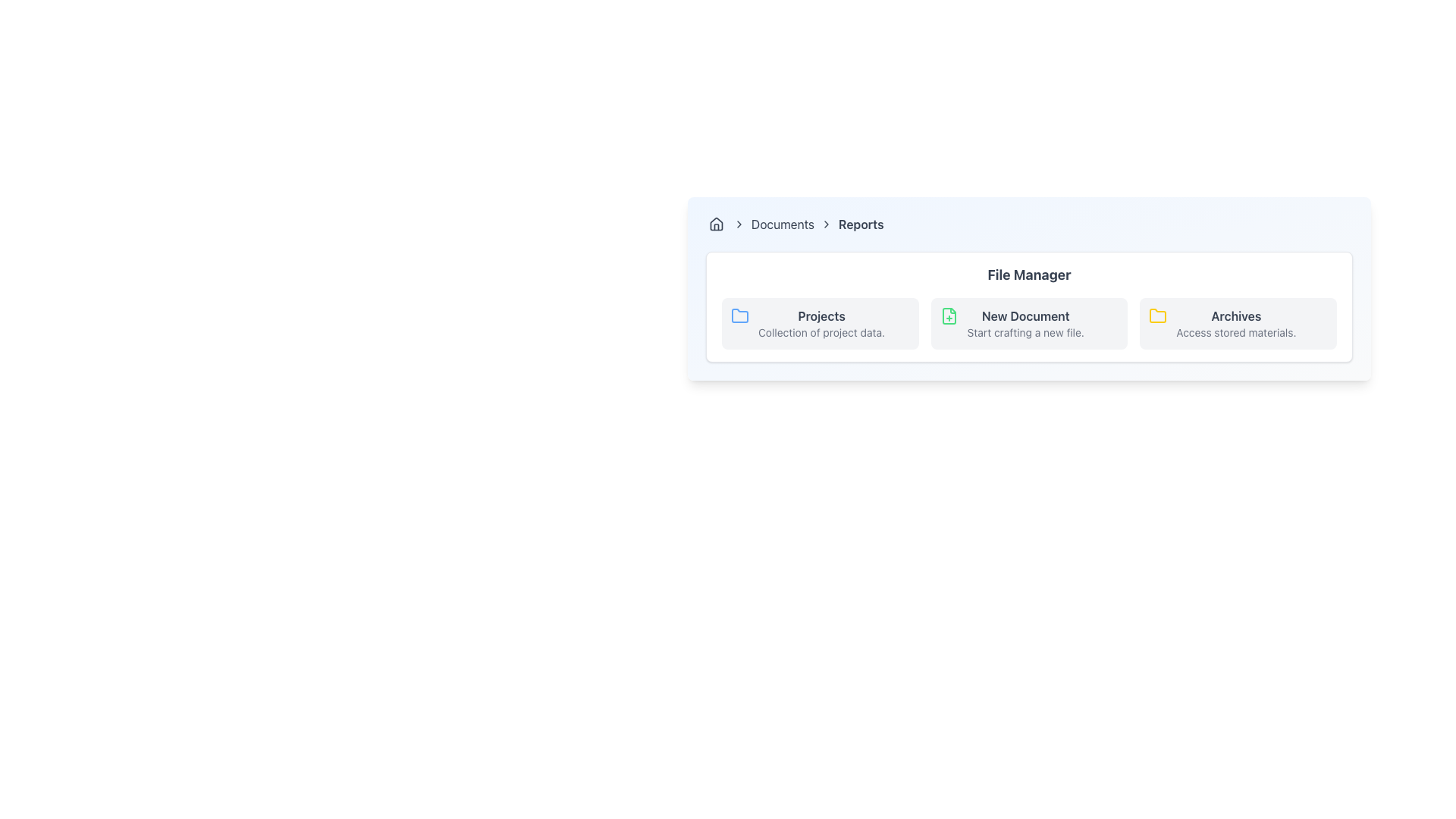  I want to click on the static text element that reads 'Collection of project data.' located below the 'Projects' title in the leftmost card of the 'File Manager' interface, so click(821, 332).